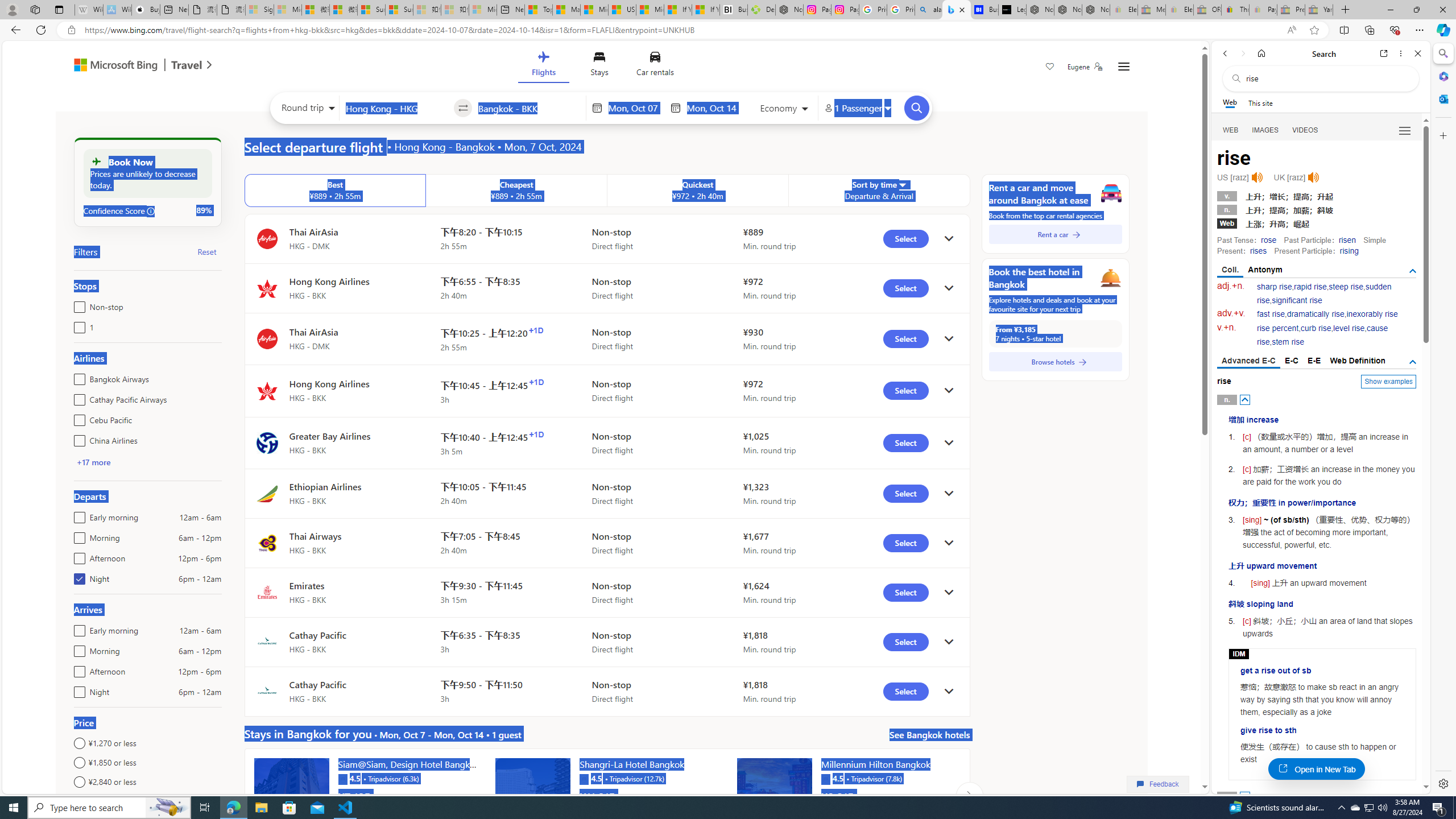 Image resolution: width=1456 pixels, height=819 pixels. What do you see at coordinates (1055, 233) in the screenshot?
I see `'Rent a car'` at bounding box center [1055, 233].